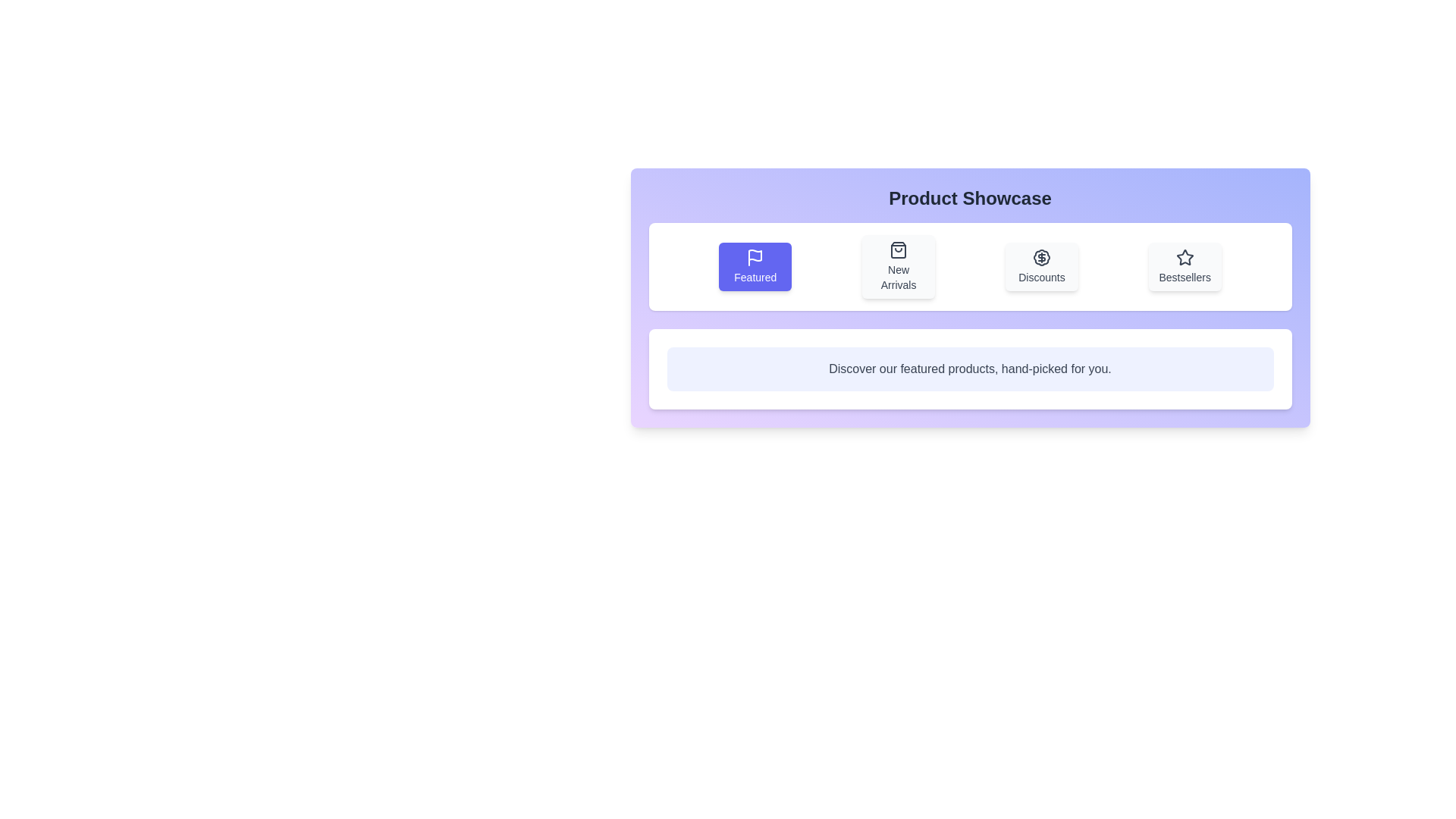 Image resolution: width=1456 pixels, height=819 pixels. I want to click on the 'Featured' button, which is a rectangular button with rounded corners, vibrant indigo background, and white text, so click(755, 265).